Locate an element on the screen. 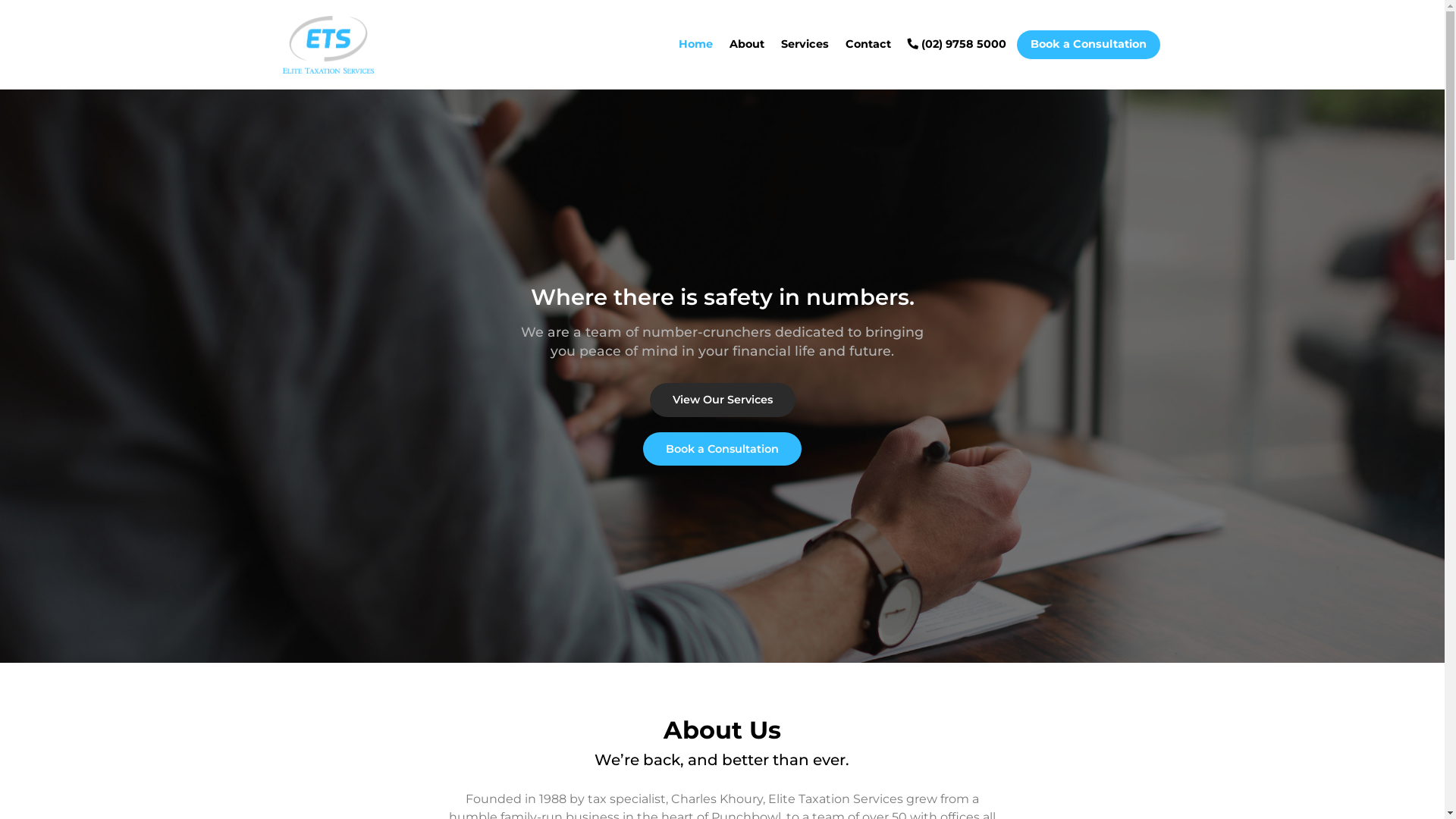  'Book a Consultation' is located at coordinates (1087, 43).